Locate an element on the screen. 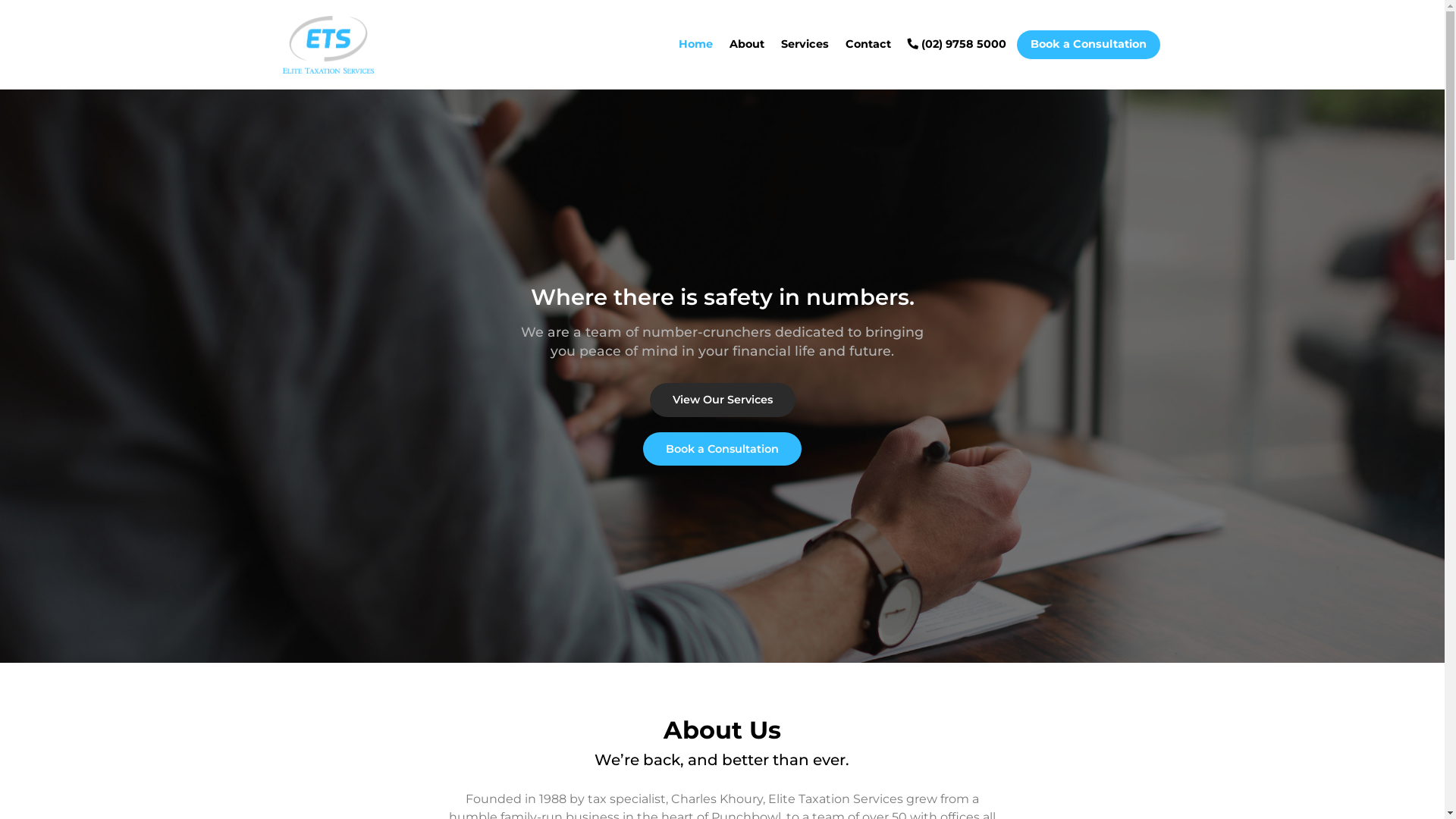  'Book a Consultation' is located at coordinates (1087, 43).